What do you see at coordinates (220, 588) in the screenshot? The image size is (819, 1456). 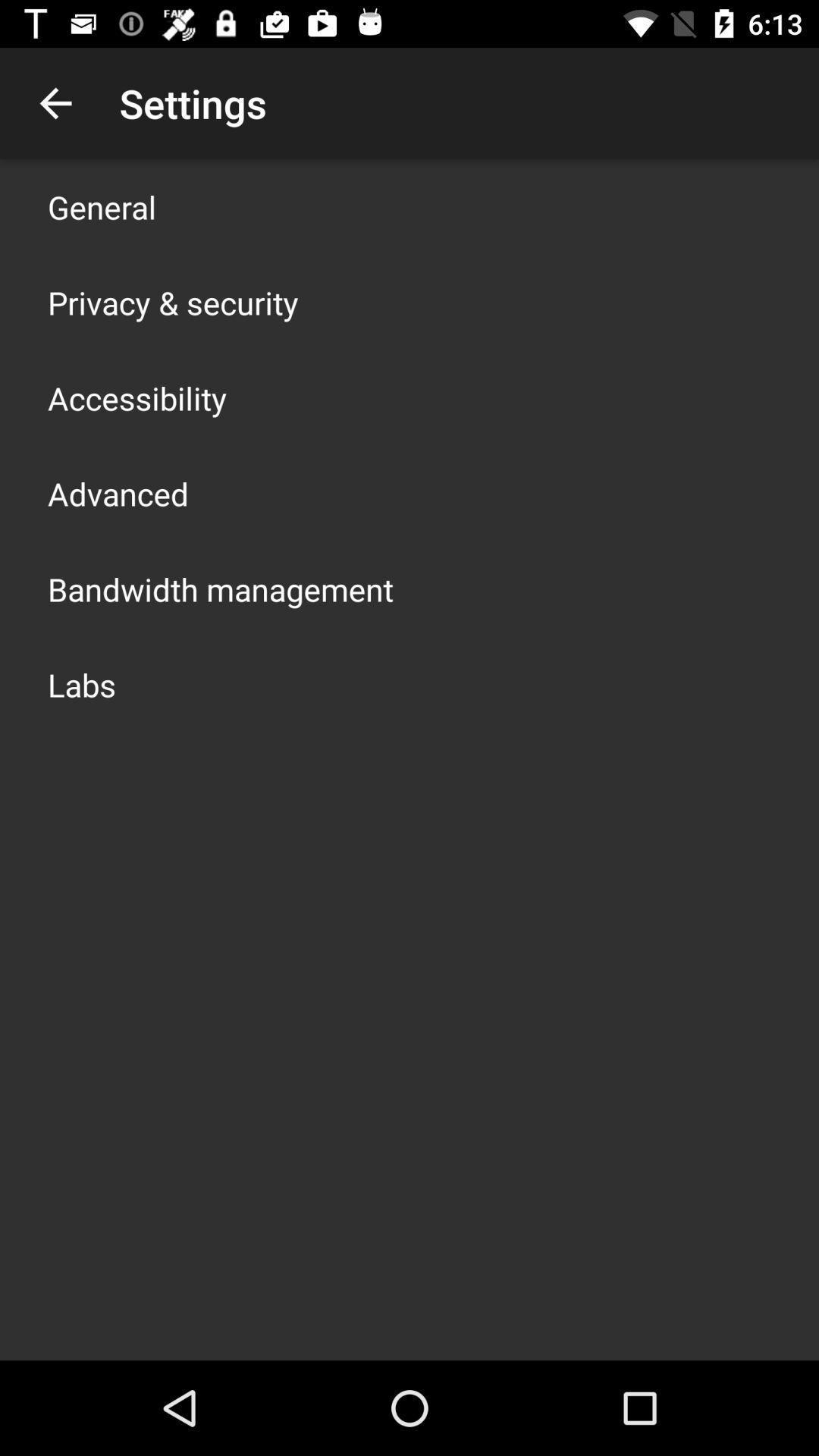 I see `the bandwidth management app` at bounding box center [220, 588].